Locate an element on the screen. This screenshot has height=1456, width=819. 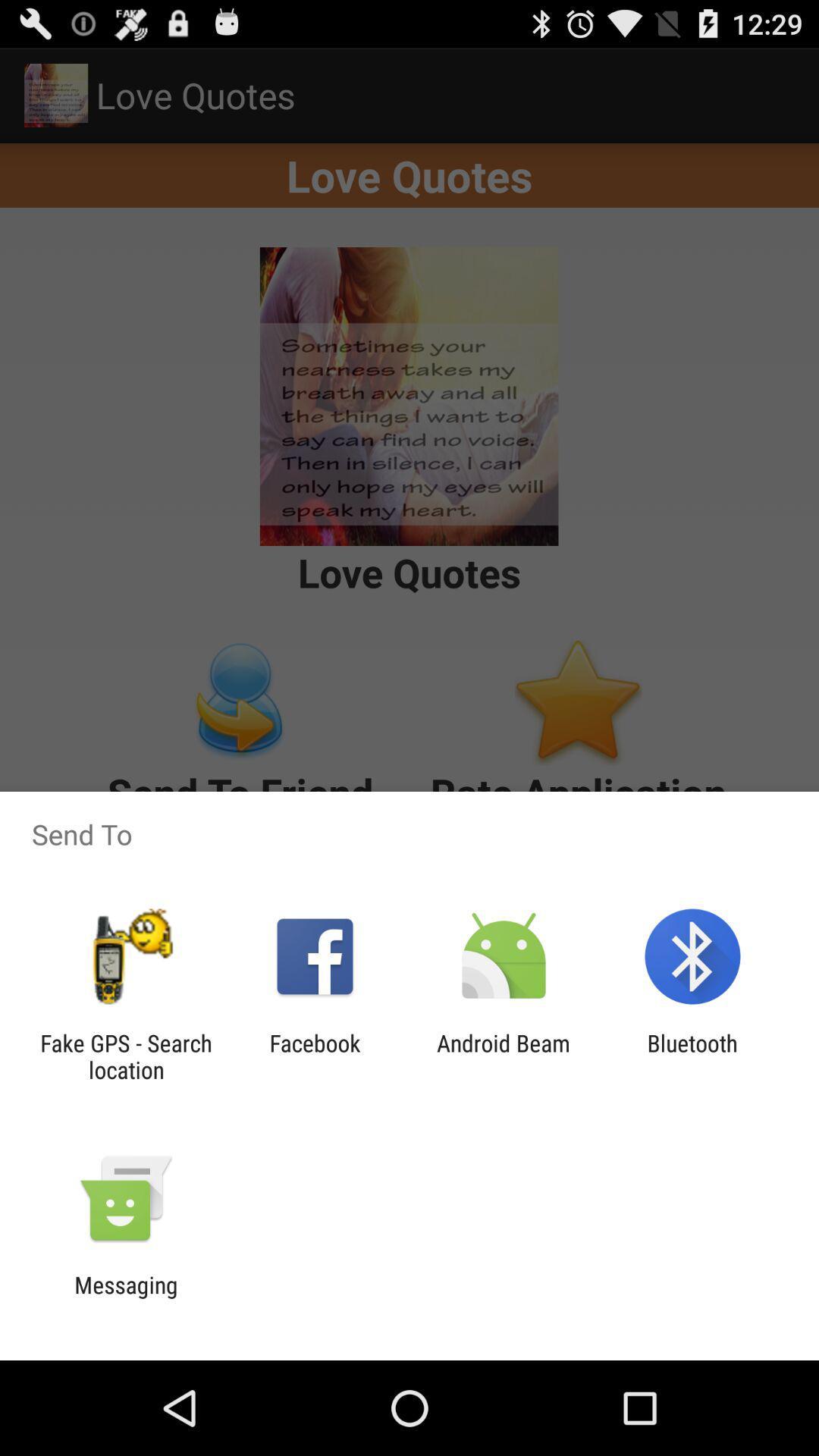
android beam icon is located at coordinates (504, 1056).